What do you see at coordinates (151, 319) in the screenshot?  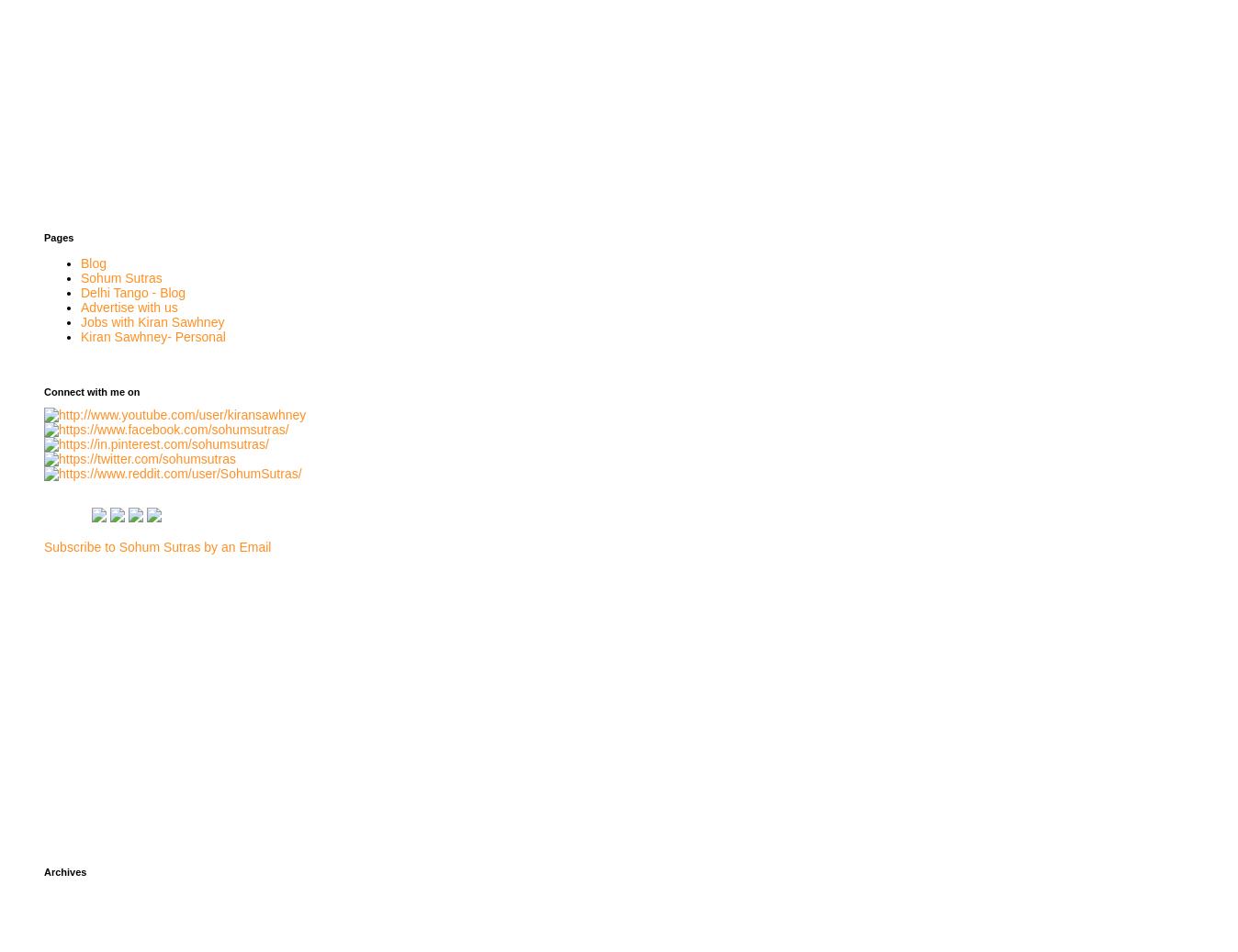 I see `'Jobs with Kiran Sawhney'` at bounding box center [151, 319].